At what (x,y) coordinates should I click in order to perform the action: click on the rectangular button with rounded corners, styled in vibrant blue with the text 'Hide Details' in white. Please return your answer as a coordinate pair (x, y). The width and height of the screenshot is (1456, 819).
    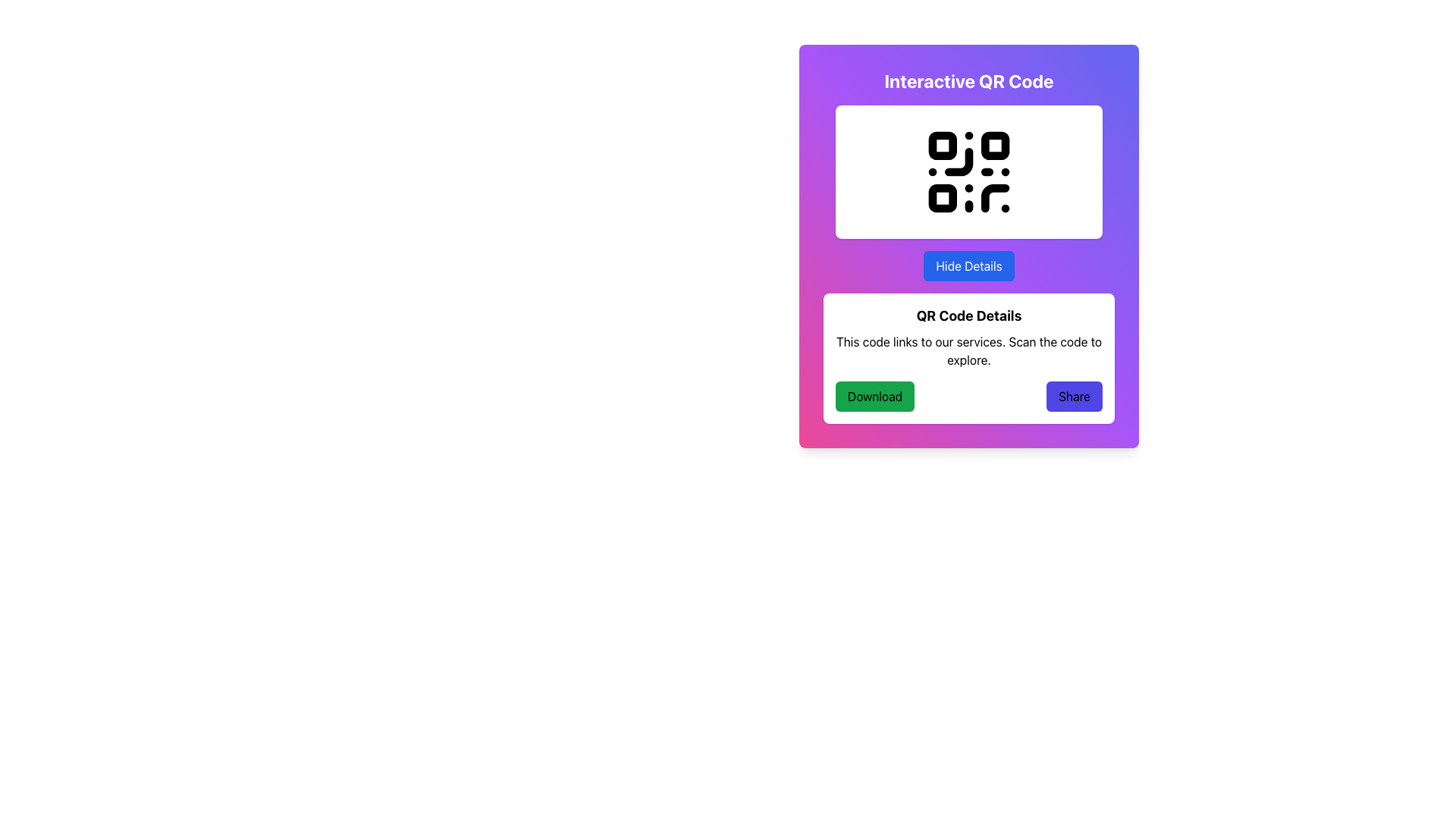
    Looking at the image, I should click on (968, 265).